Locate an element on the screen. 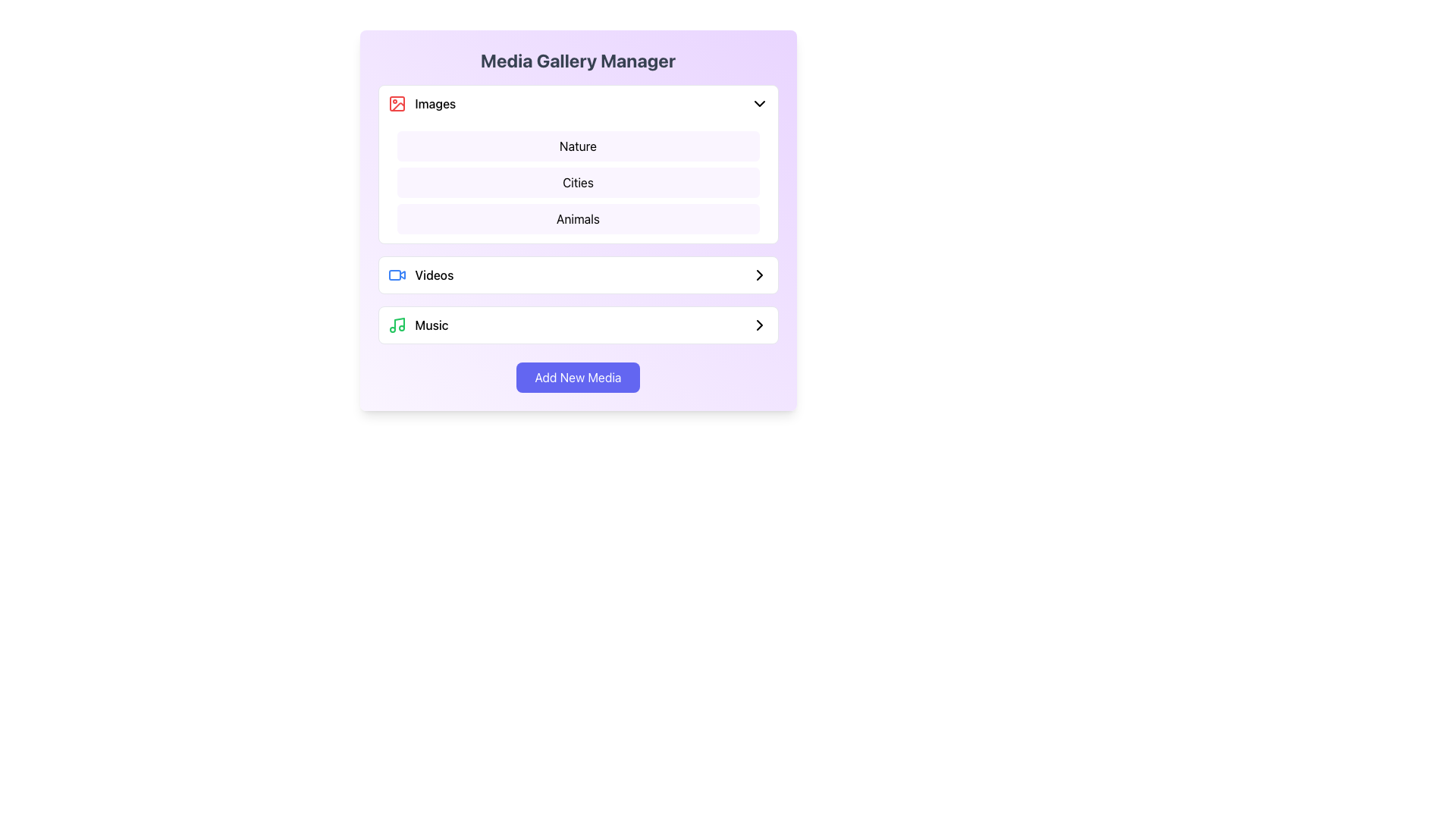 This screenshot has width=1456, height=819. the thin, diagonal line element that is part of the green music-themed icon in the 'Music' section of the Media Gallery Manager is located at coordinates (399, 323).